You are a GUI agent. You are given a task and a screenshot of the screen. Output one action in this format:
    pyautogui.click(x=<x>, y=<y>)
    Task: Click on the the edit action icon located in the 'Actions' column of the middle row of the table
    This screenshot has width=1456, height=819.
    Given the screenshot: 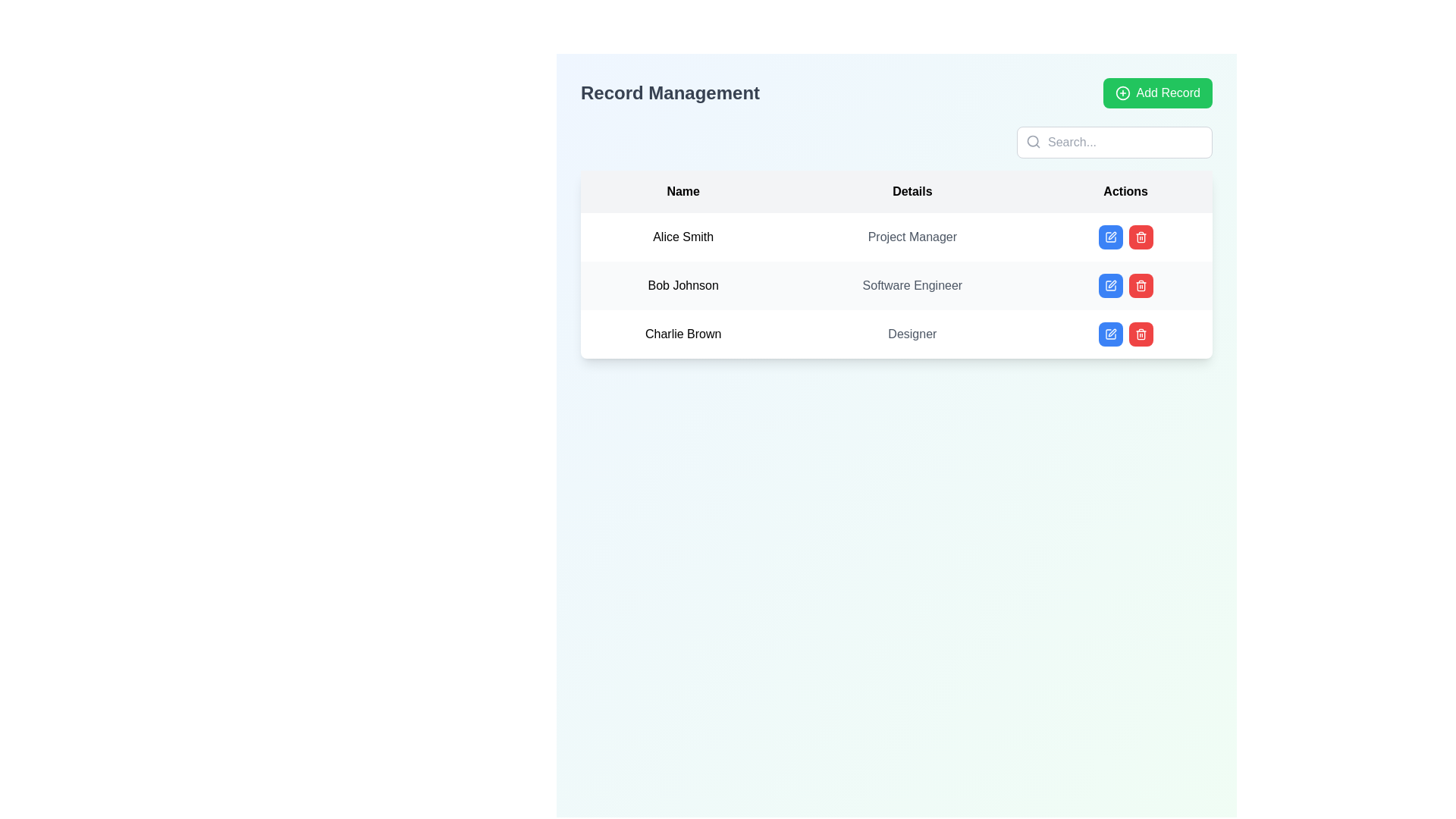 What is the action you would take?
    pyautogui.click(x=1112, y=236)
    